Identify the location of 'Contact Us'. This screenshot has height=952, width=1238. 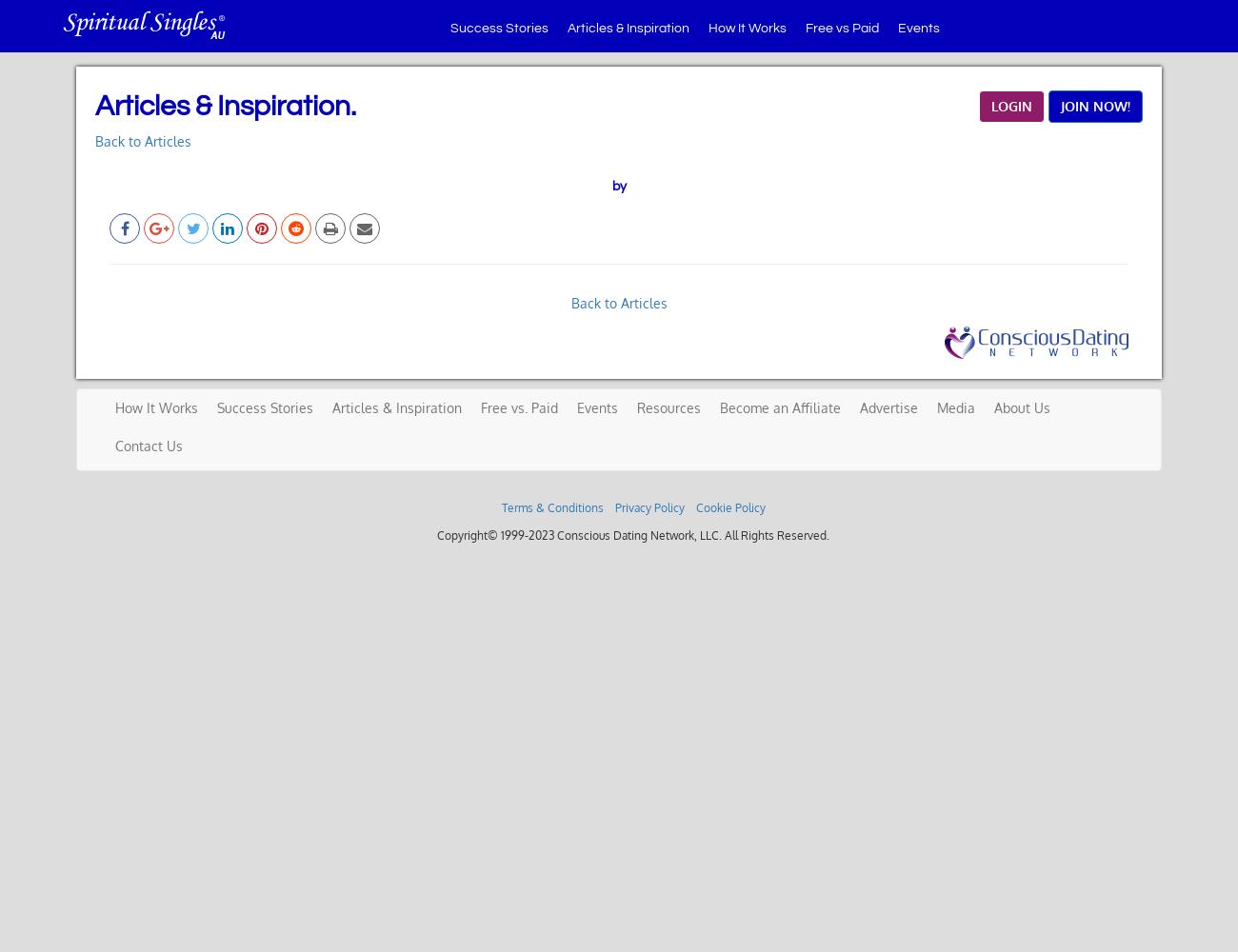
(148, 445).